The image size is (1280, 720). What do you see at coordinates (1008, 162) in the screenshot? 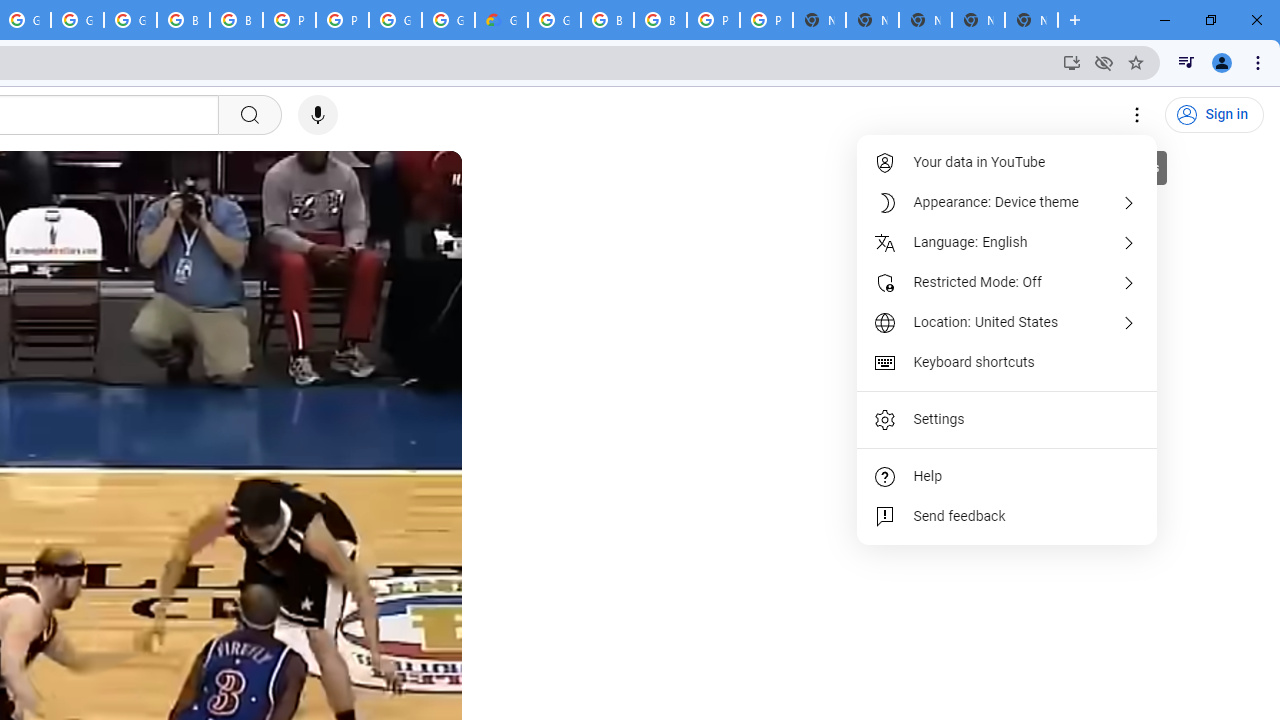
I see `'Your data in YouTube'` at bounding box center [1008, 162].